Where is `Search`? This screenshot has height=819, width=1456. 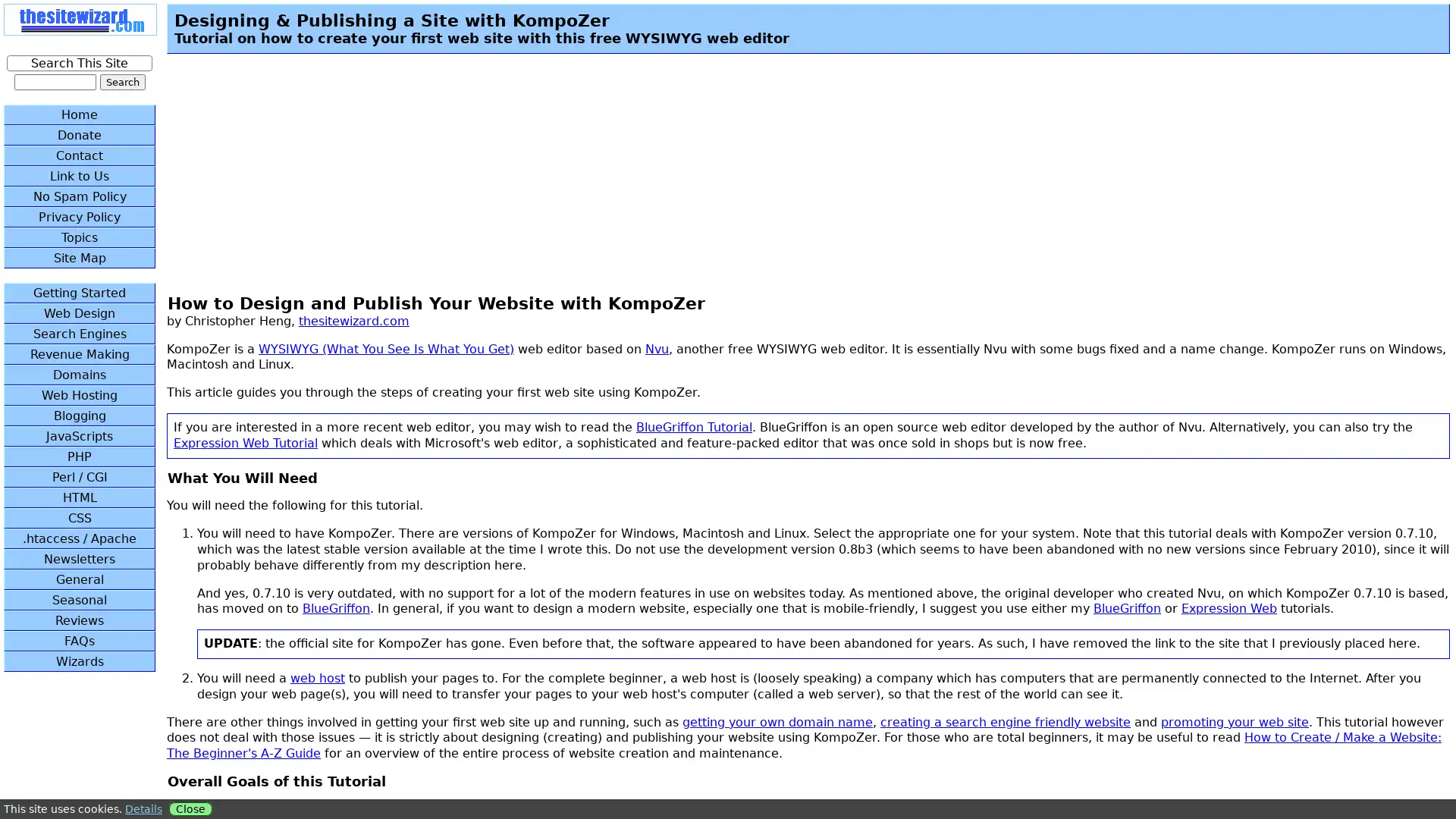
Search is located at coordinates (122, 82).